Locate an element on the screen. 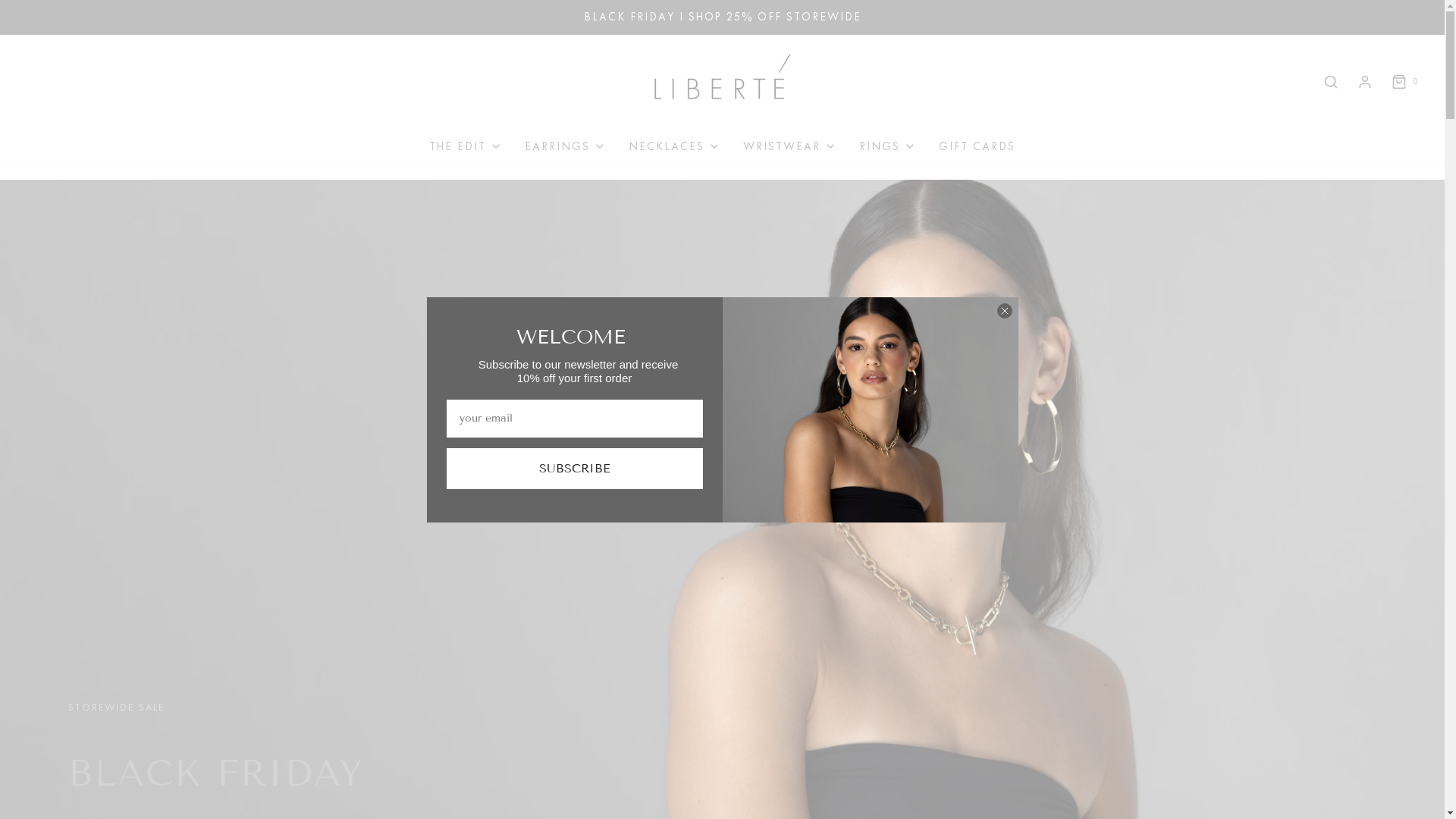 This screenshot has height=819, width=1456. 'GIFT CARDS' is located at coordinates (977, 146).